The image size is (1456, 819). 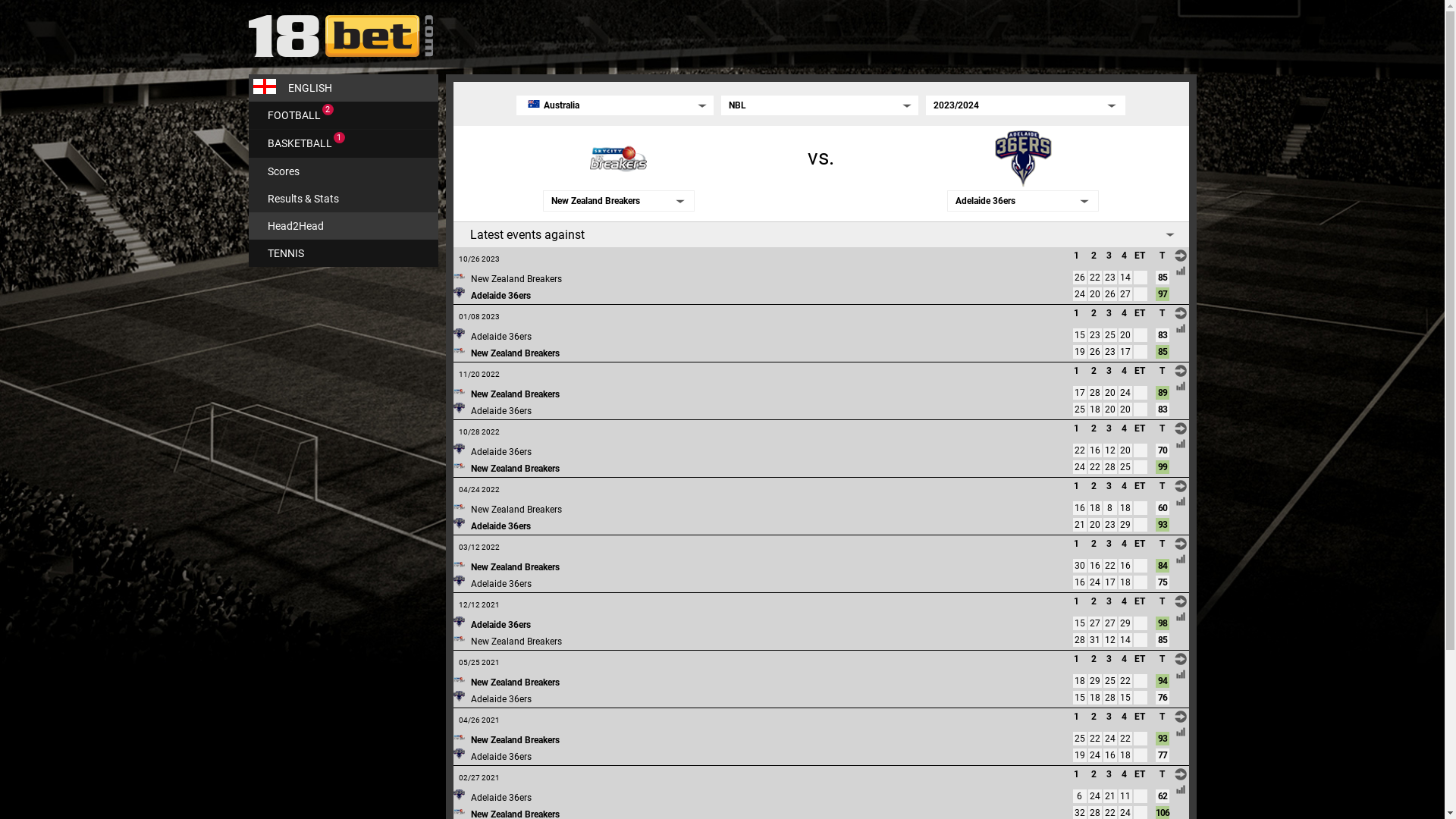 I want to click on 'TENNIS', so click(x=342, y=253).